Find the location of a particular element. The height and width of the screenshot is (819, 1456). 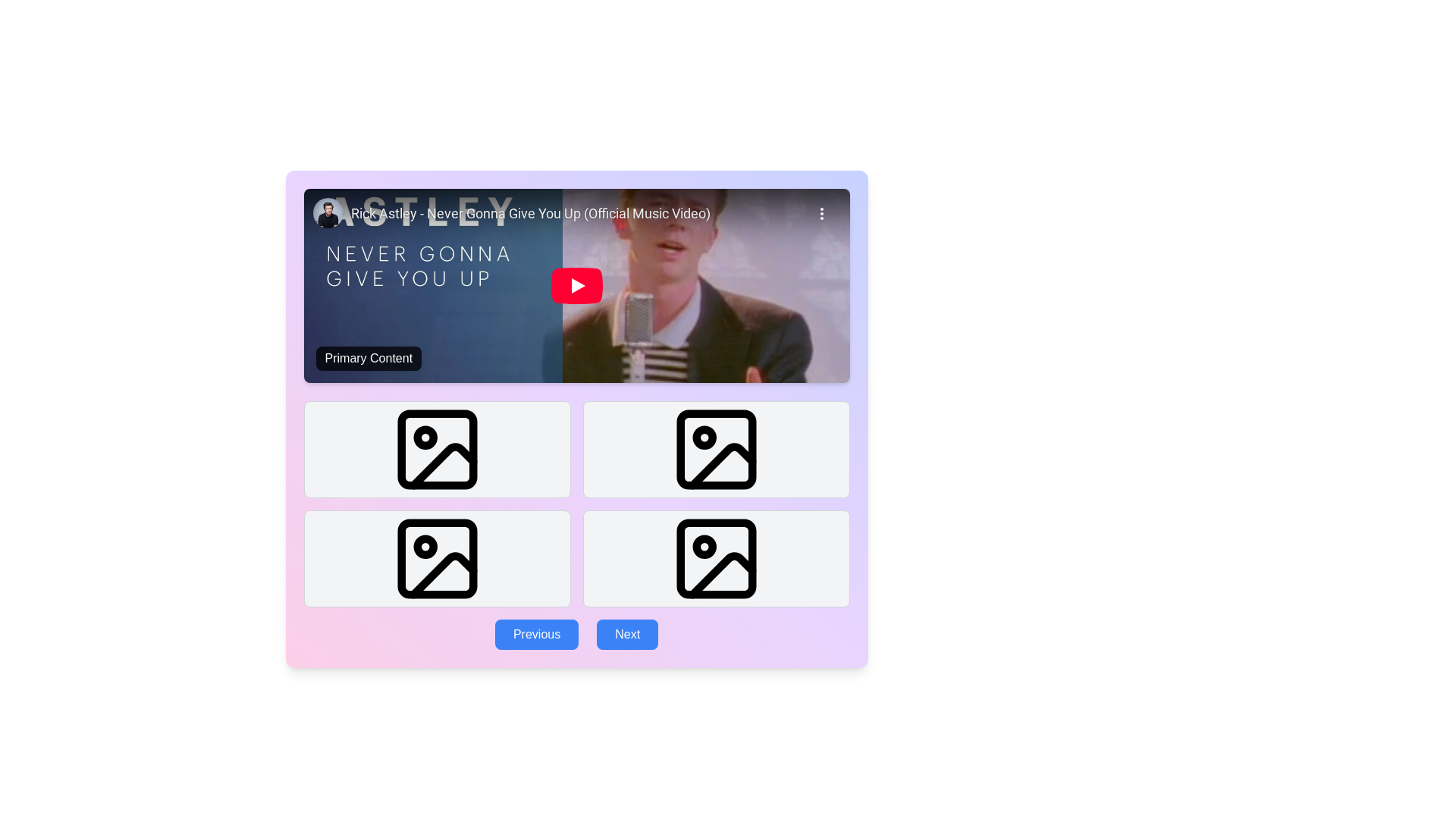

the image placeholder icon located in the top-left cell of the 2x2 grid is located at coordinates (436, 449).